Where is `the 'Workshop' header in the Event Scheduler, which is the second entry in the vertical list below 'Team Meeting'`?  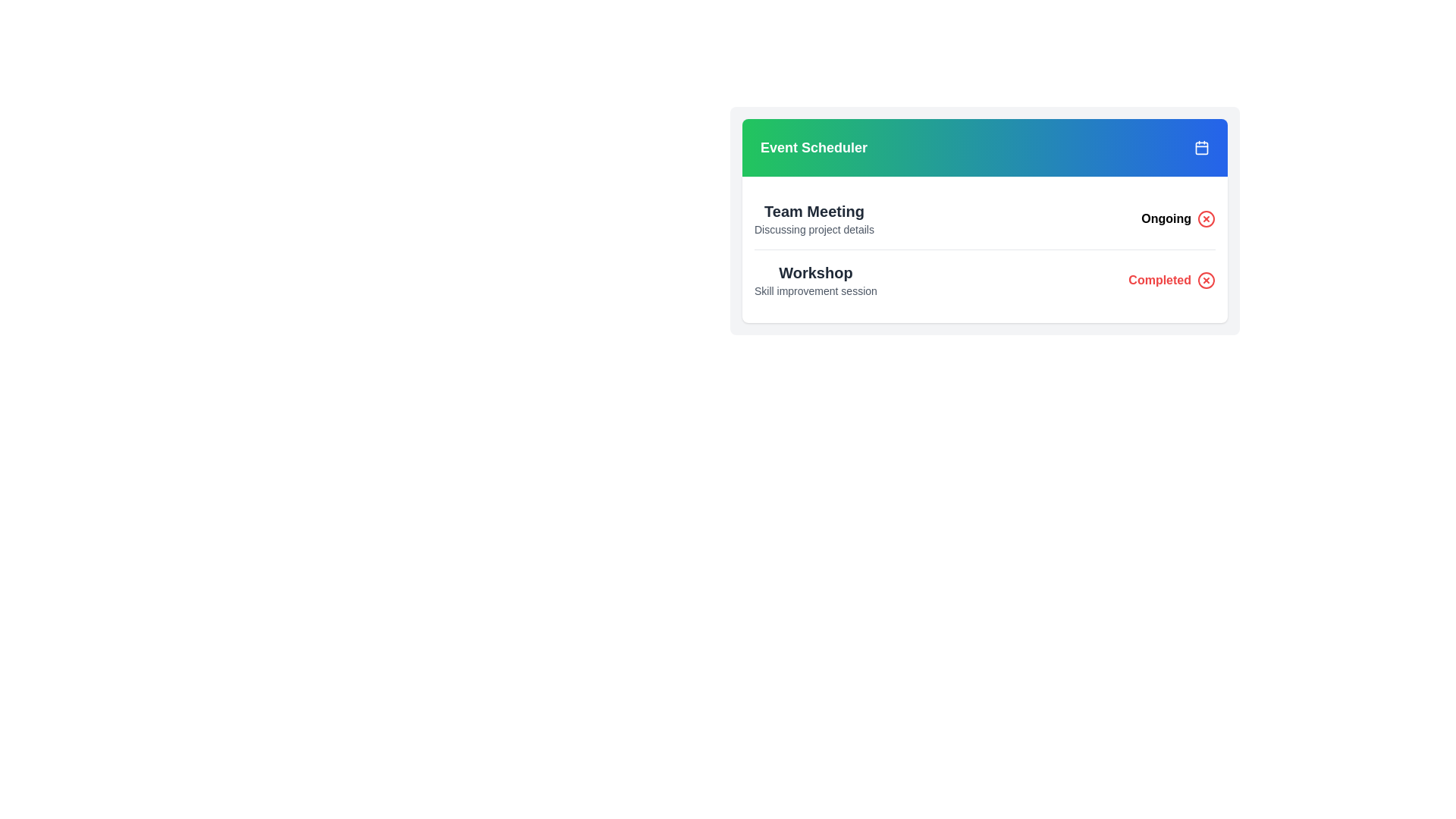
the 'Workshop' header in the Event Scheduler, which is the second entry in the vertical list below 'Team Meeting' is located at coordinates (814, 281).